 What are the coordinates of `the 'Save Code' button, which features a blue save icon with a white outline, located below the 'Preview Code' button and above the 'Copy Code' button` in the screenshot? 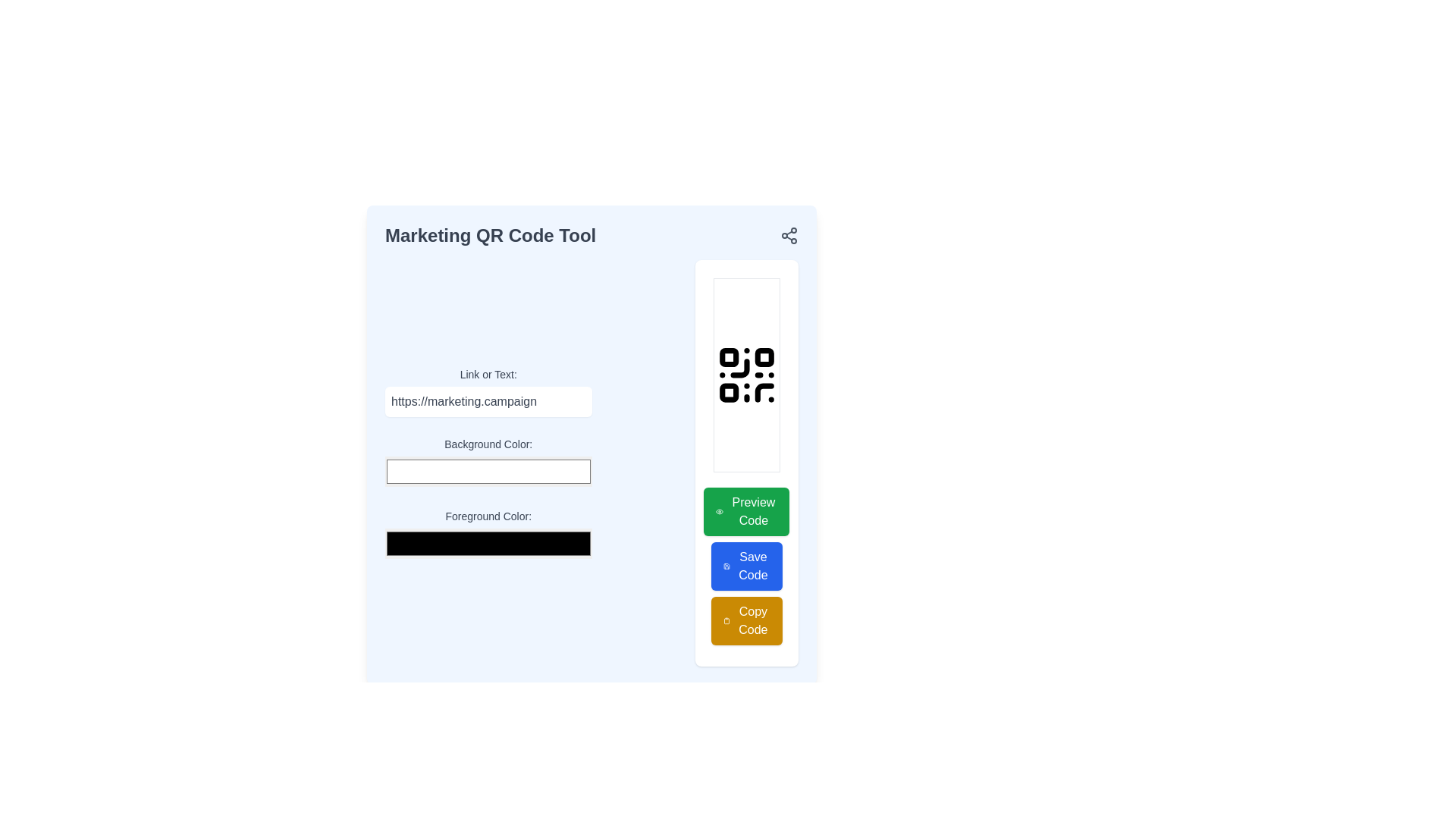 It's located at (726, 566).